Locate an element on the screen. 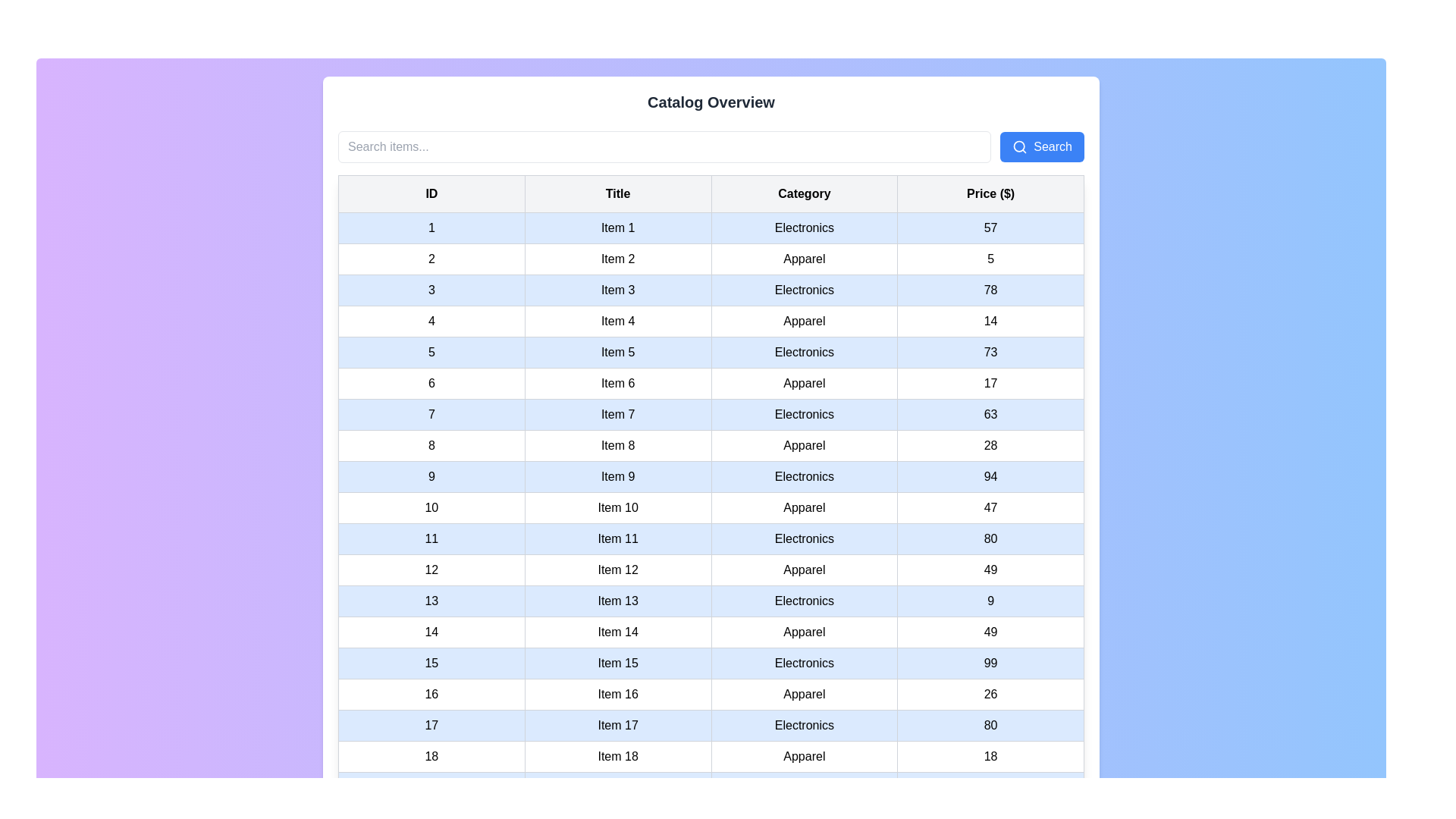 The height and width of the screenshot is (819, 1456). the first cell in the last row of the table which contains the text '18', styled with padding and borders, located under the 'ID' column header is located at coordinates (431, 757).